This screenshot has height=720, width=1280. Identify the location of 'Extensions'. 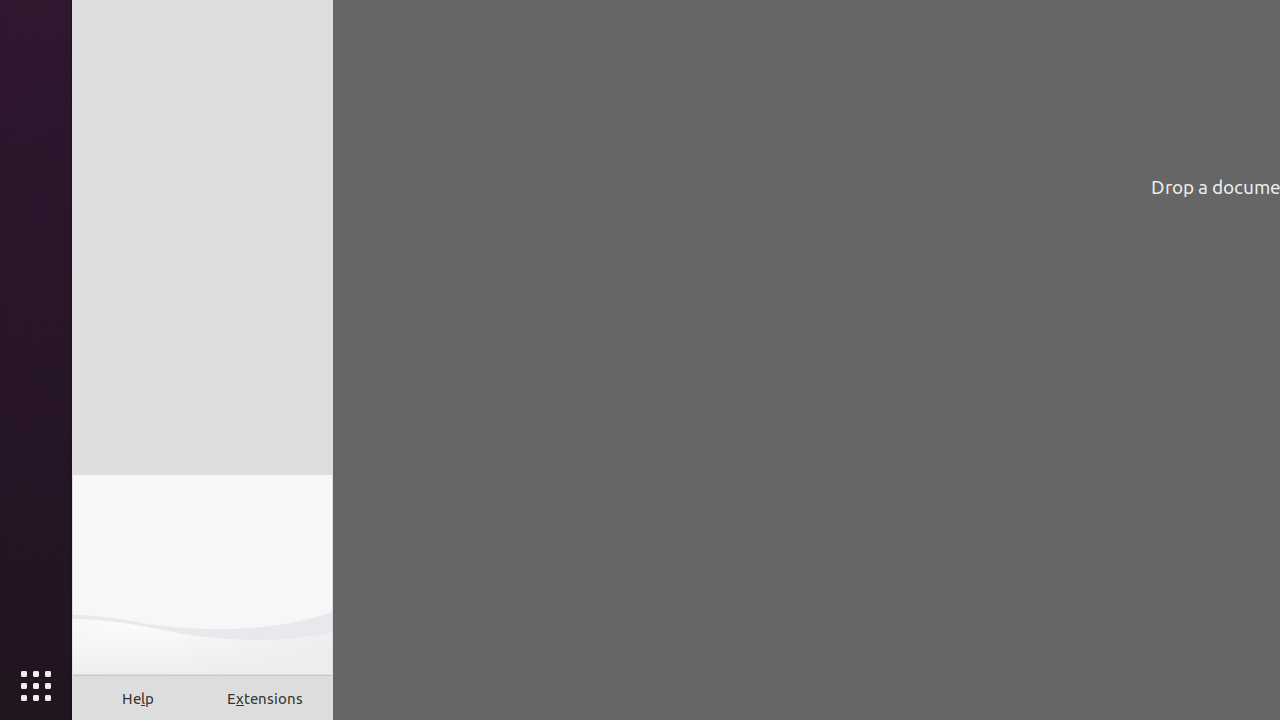
(264, 697).